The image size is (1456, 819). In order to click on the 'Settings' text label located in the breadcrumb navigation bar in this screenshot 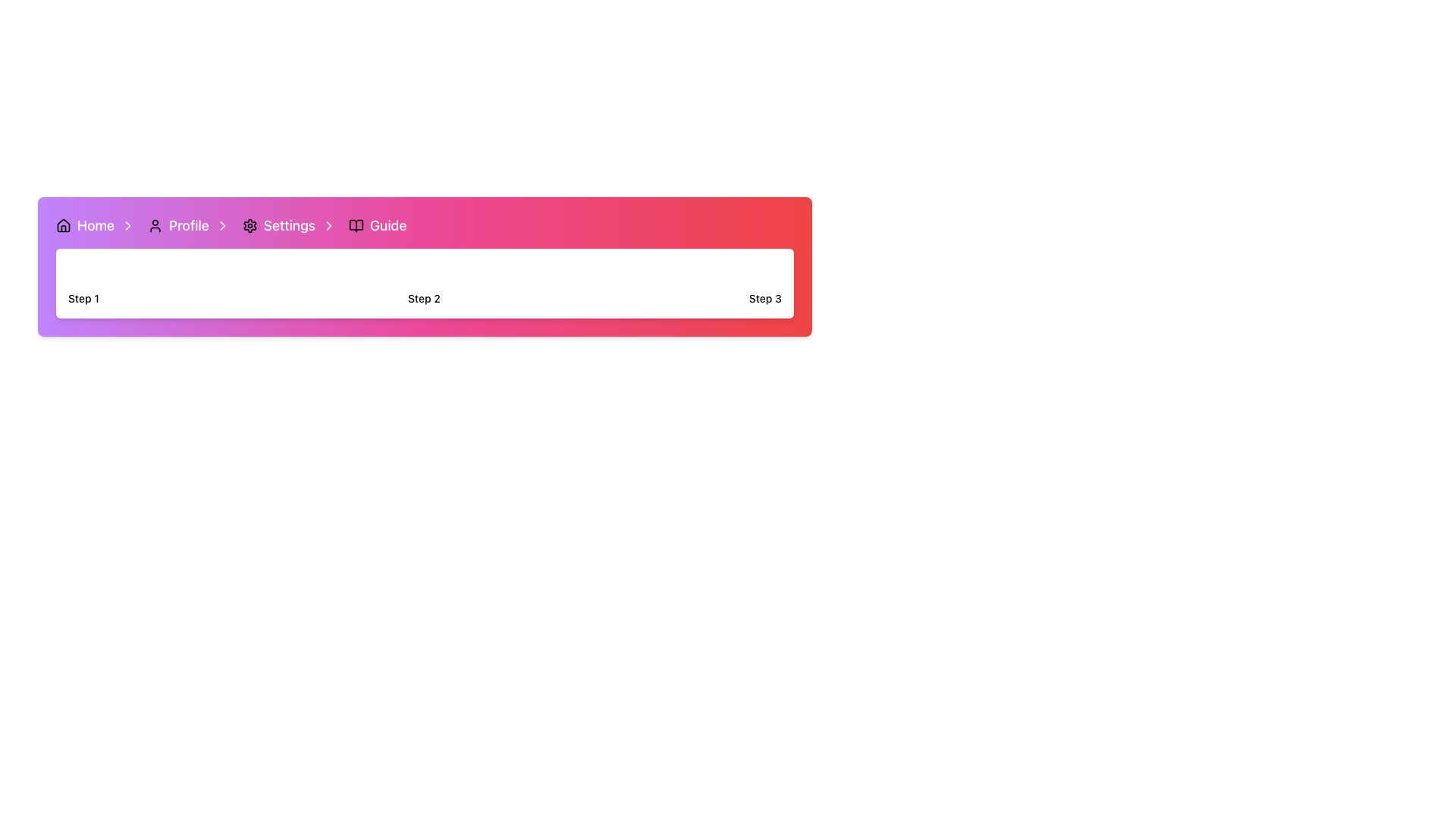, I will do `click(289, 225)`.